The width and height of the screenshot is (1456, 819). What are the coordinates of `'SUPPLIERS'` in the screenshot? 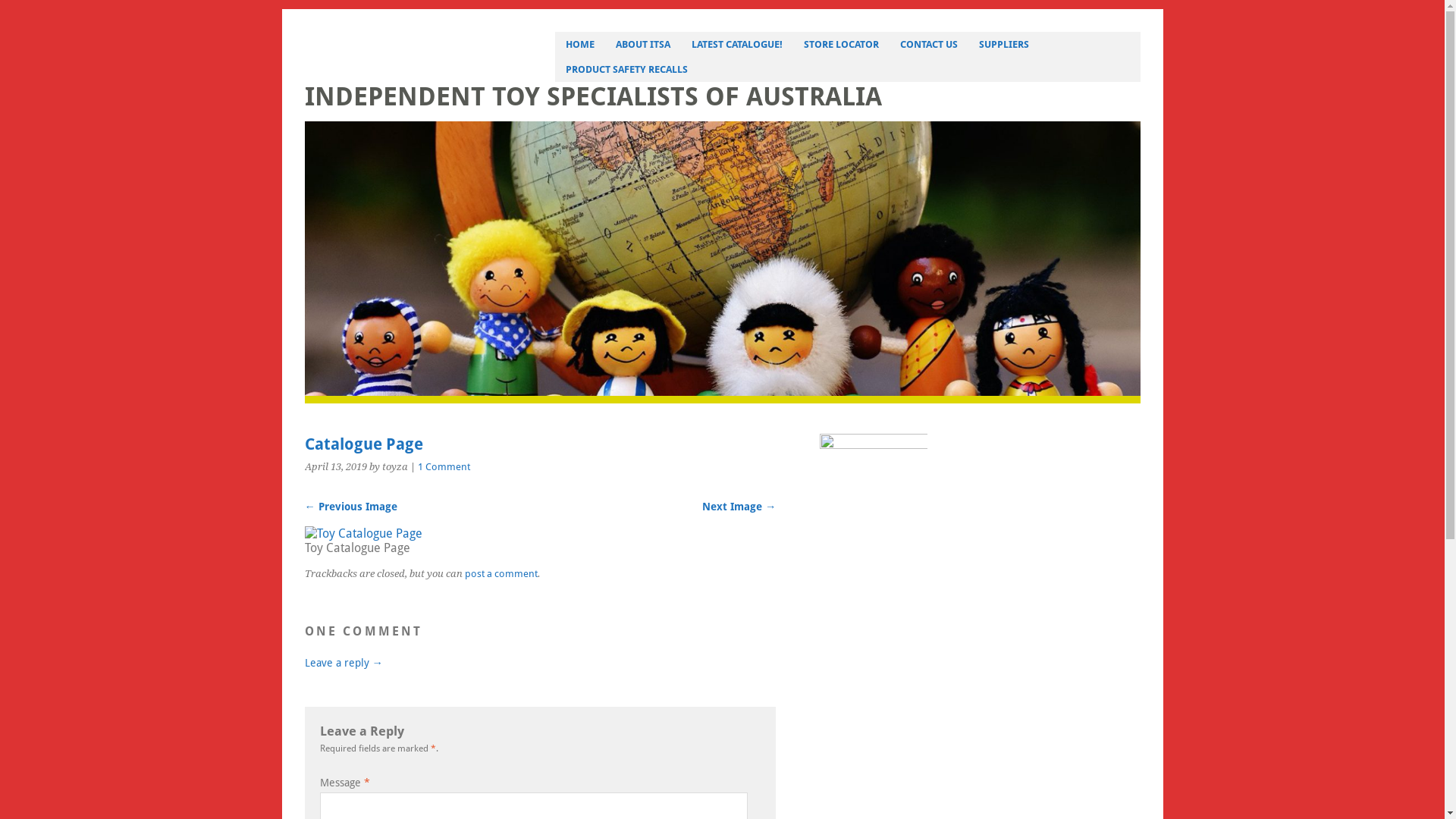 It's located at (1004, 43).